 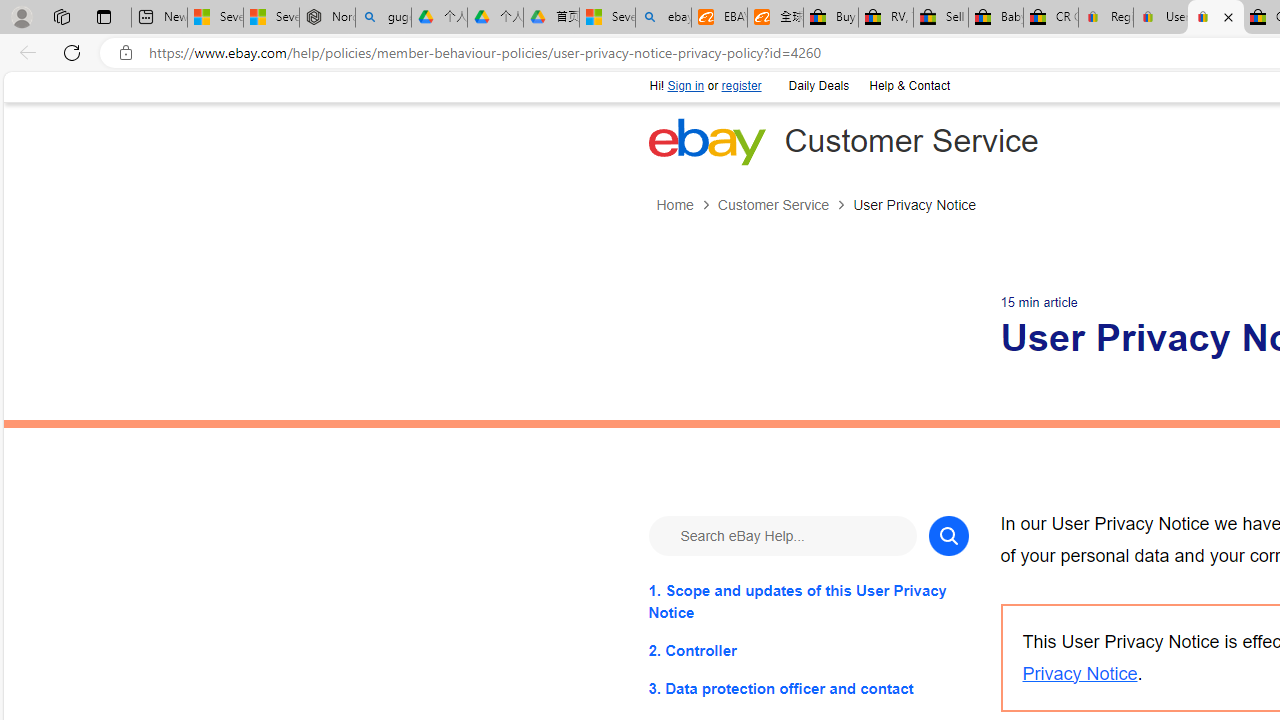 I want to click on 'guge yunpan - Search', so click(x=383, y=17).